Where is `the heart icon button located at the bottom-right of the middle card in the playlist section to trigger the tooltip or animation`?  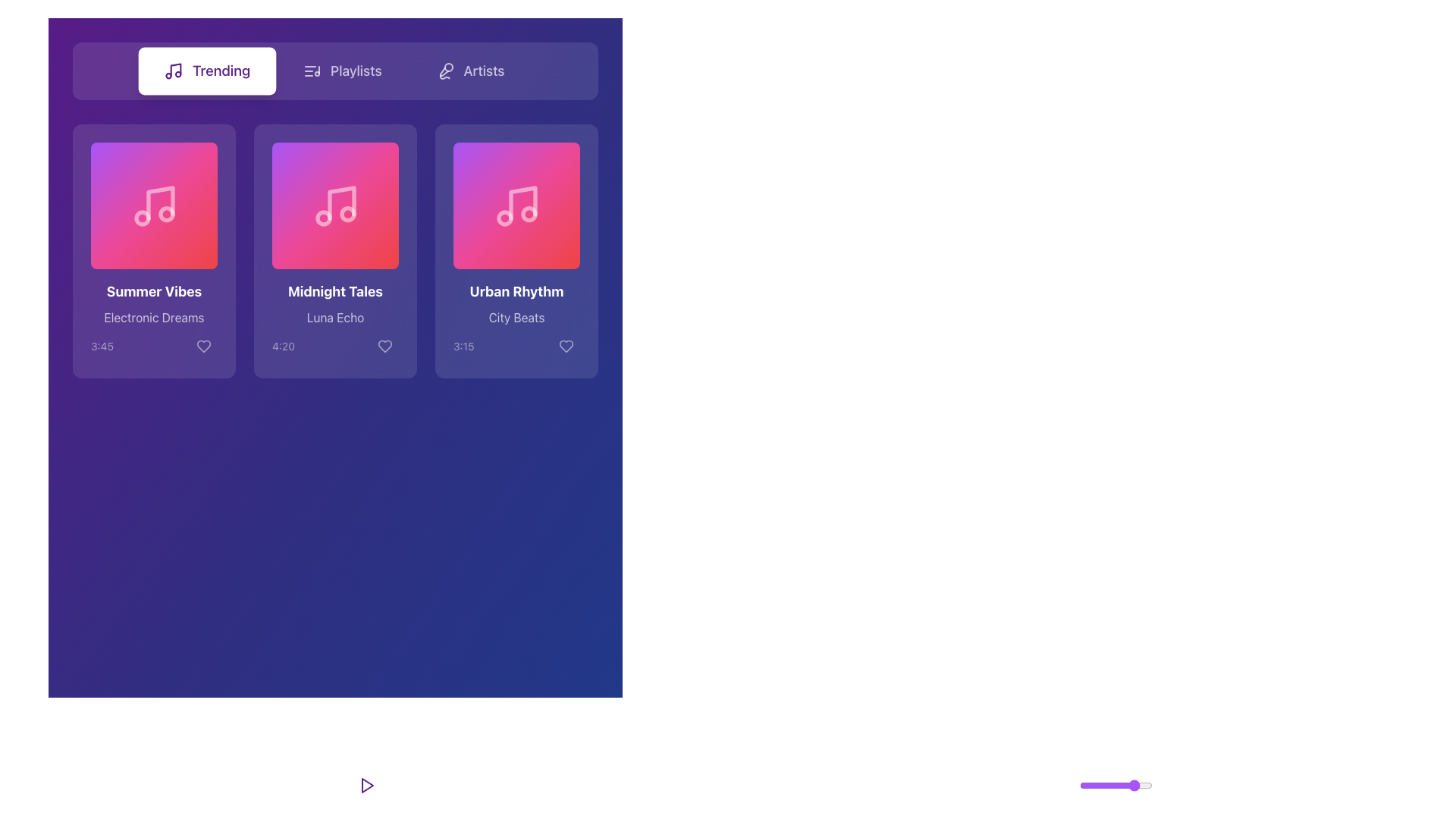 the heart icon button located at the bottom-right of the middle card in the playlist section to trigger the tooltip or animation is located at coordinates (385, 346).